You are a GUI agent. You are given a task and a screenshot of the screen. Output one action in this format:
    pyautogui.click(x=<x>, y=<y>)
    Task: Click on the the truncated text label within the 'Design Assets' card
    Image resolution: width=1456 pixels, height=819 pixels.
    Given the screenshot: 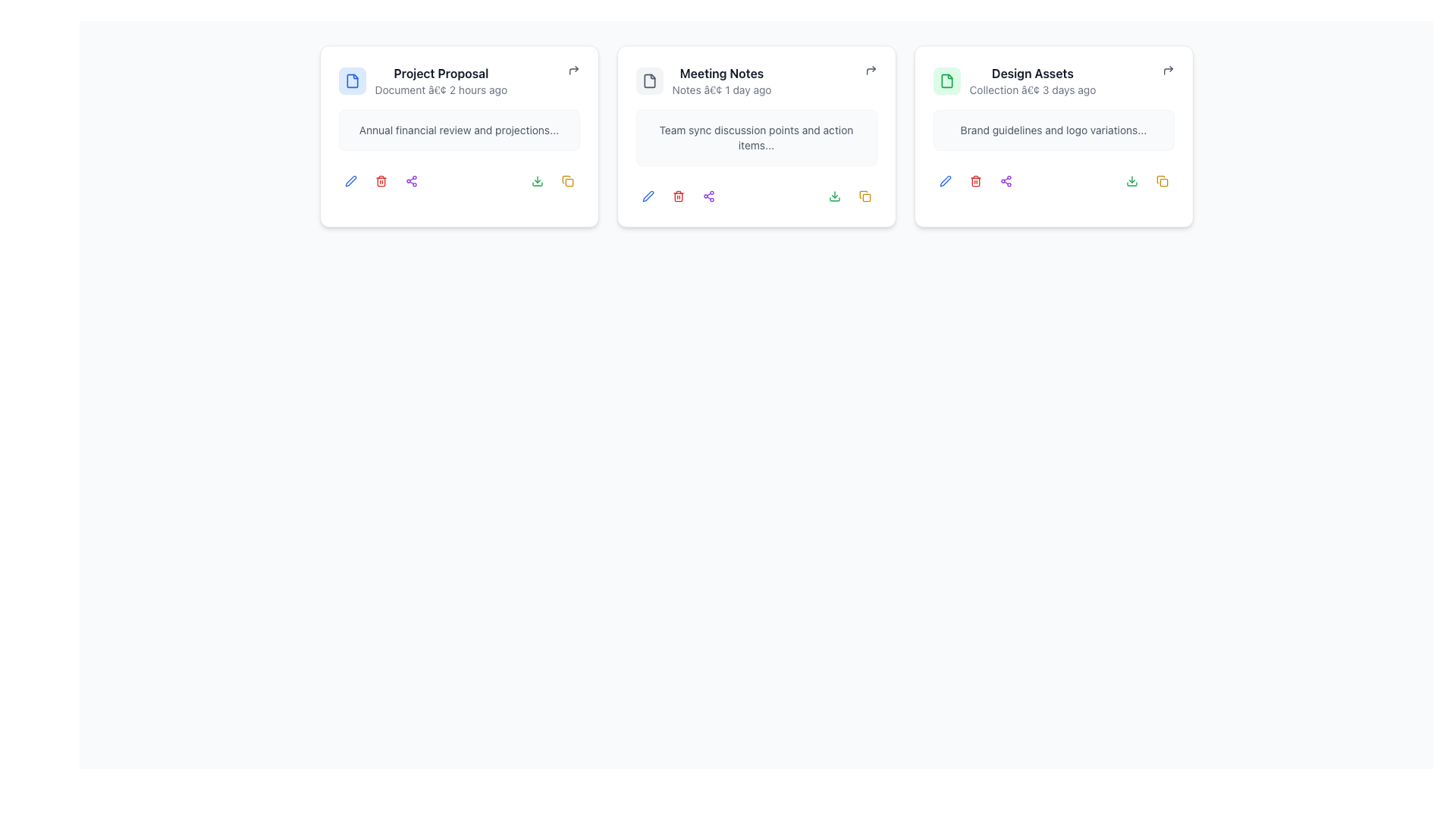 What is the action you would take?
    pyautogui.click(x=1053, y=130)
    